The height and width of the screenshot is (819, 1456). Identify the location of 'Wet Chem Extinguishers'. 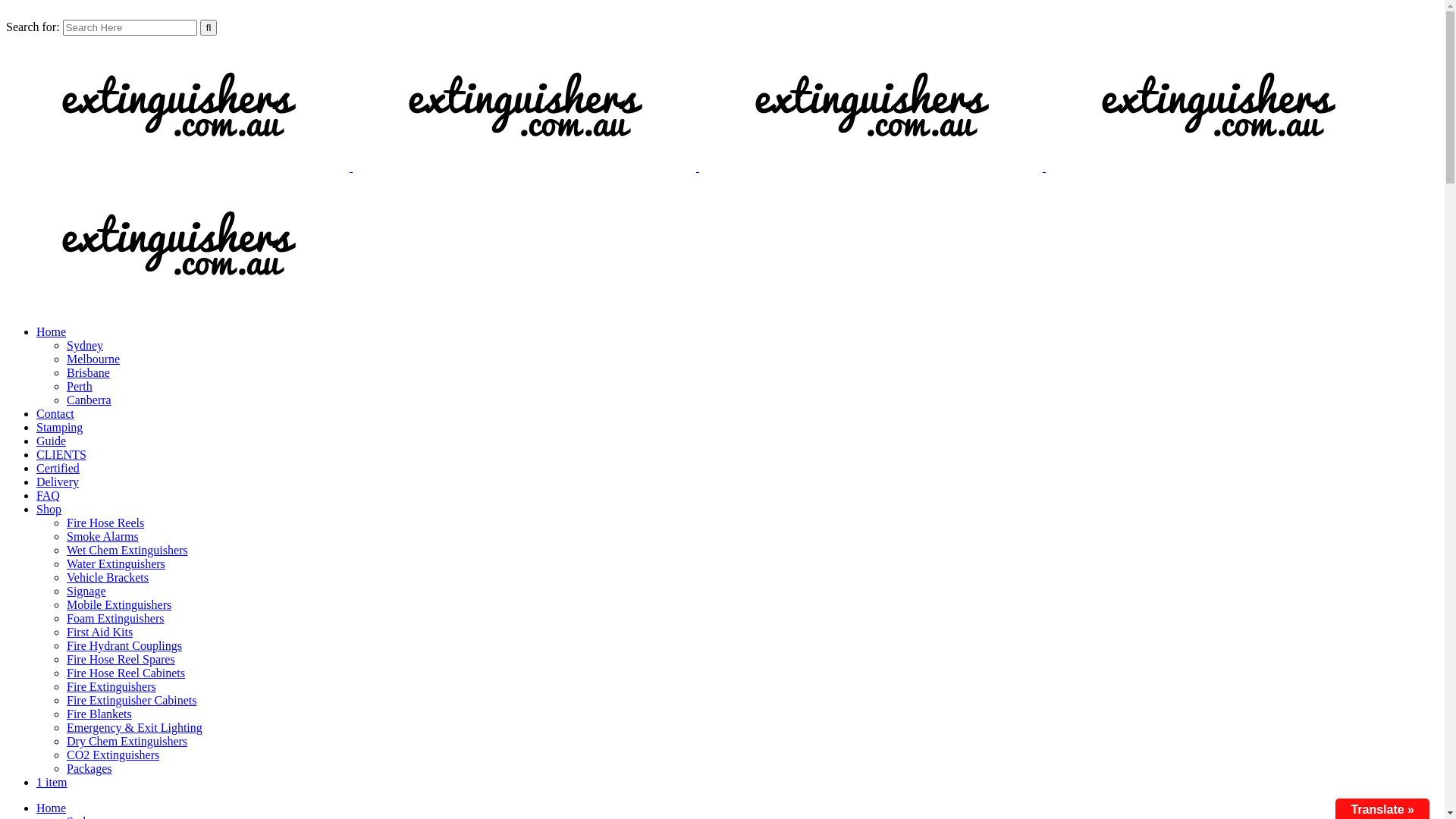
(127, 550).